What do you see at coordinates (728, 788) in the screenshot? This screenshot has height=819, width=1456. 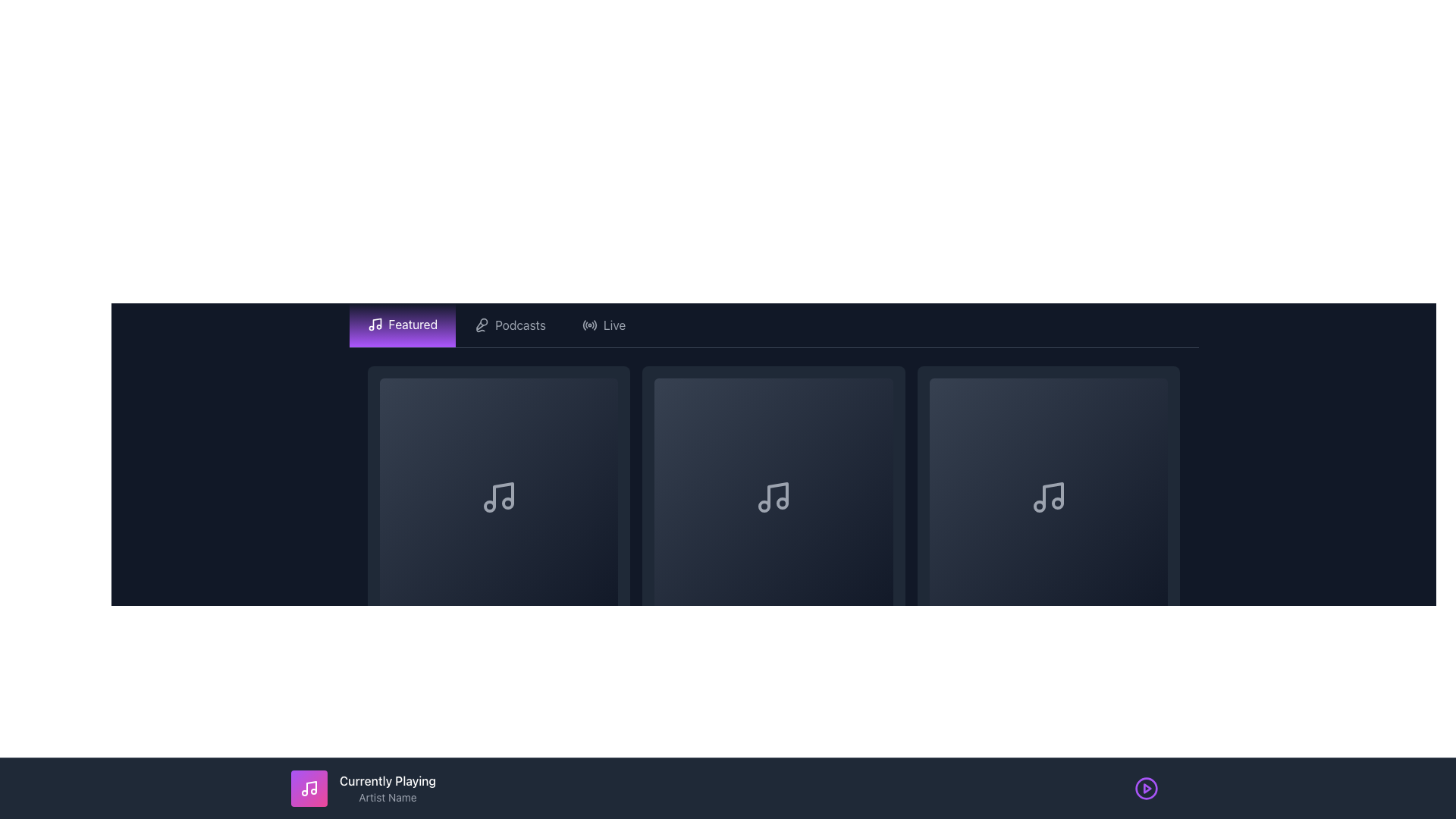 I see `the music player display bar located at the bottom of the interface` at bounding box center [728, 788].